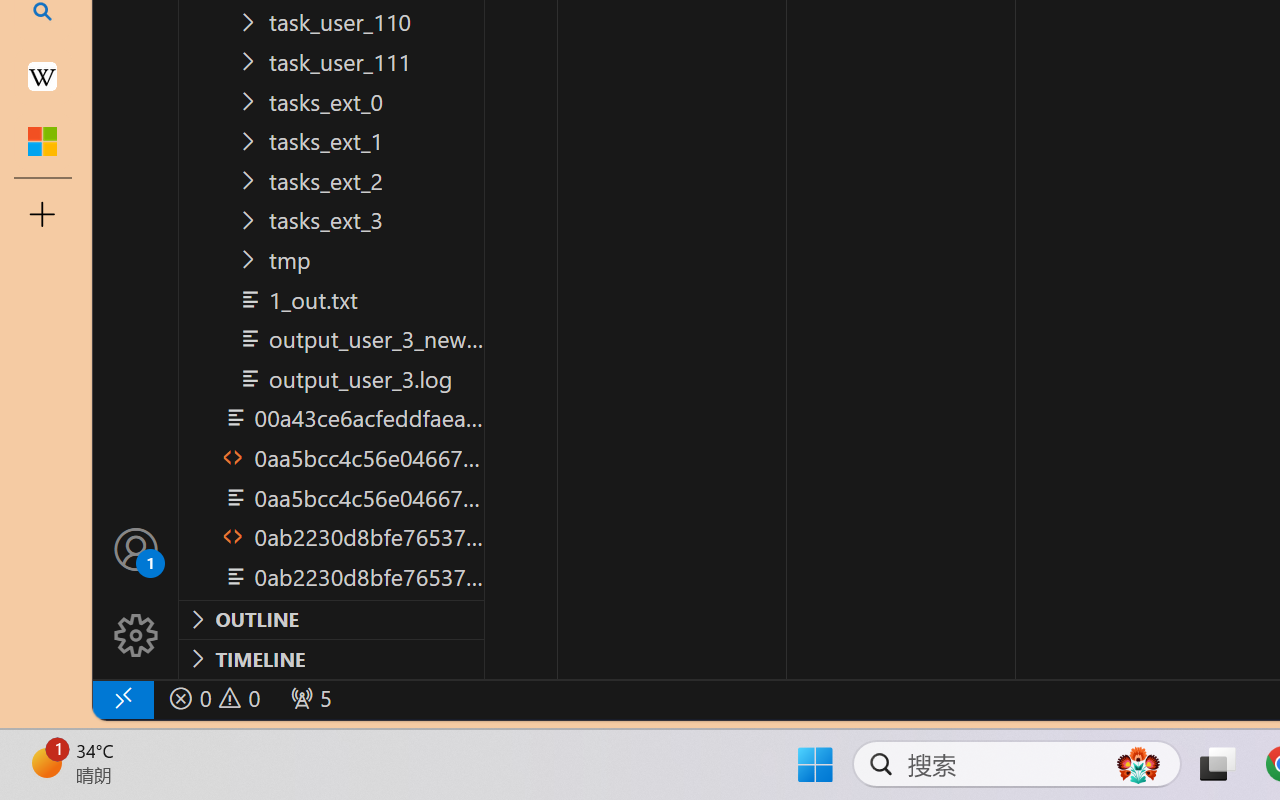  I want to click on 'No Problems', so click(213, 698).